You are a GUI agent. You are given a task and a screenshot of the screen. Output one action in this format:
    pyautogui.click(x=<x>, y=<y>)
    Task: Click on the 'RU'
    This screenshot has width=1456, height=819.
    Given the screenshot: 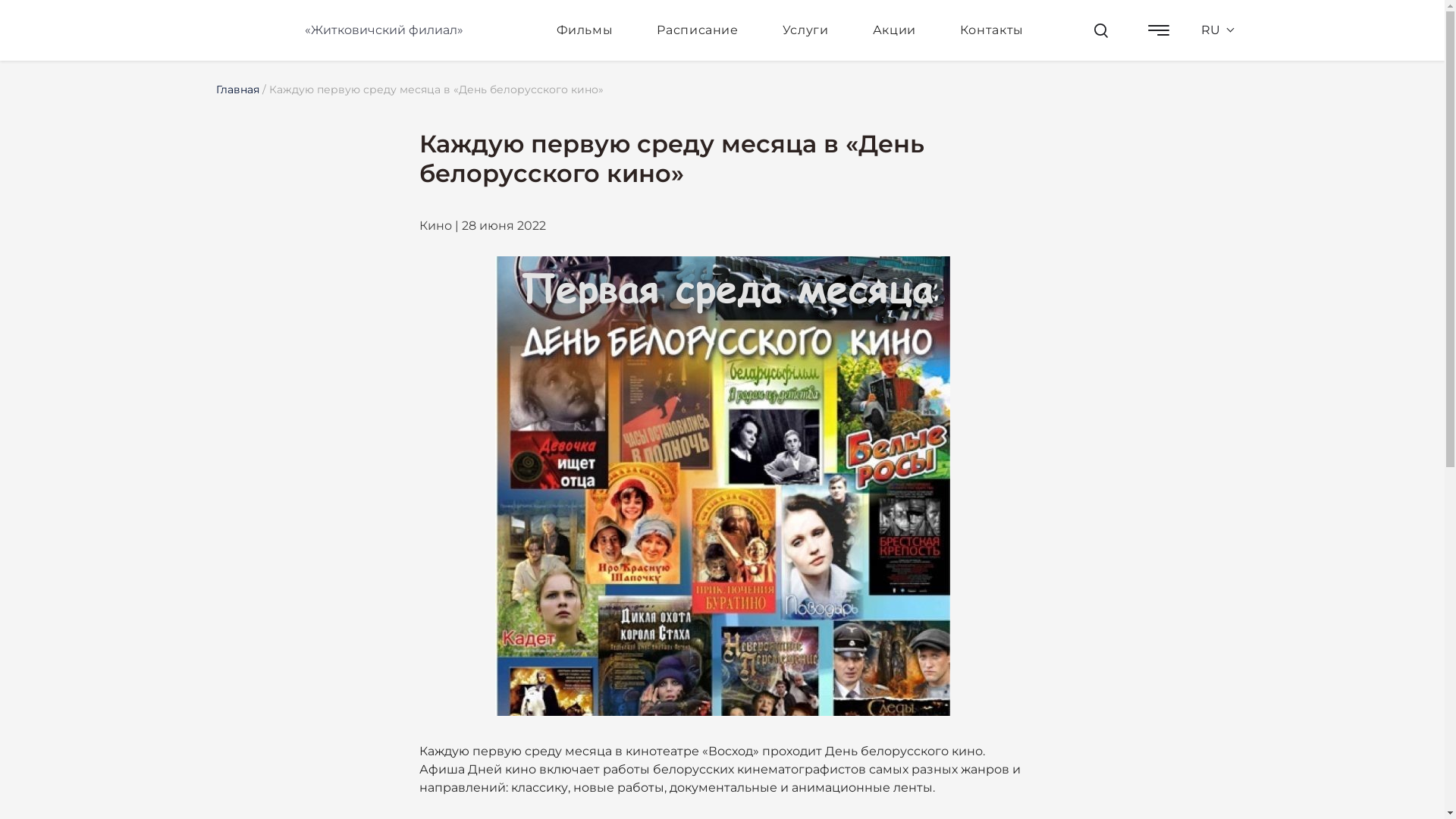 What is the action you would take?
    pyautogui.click(x=1210, y=30)
    